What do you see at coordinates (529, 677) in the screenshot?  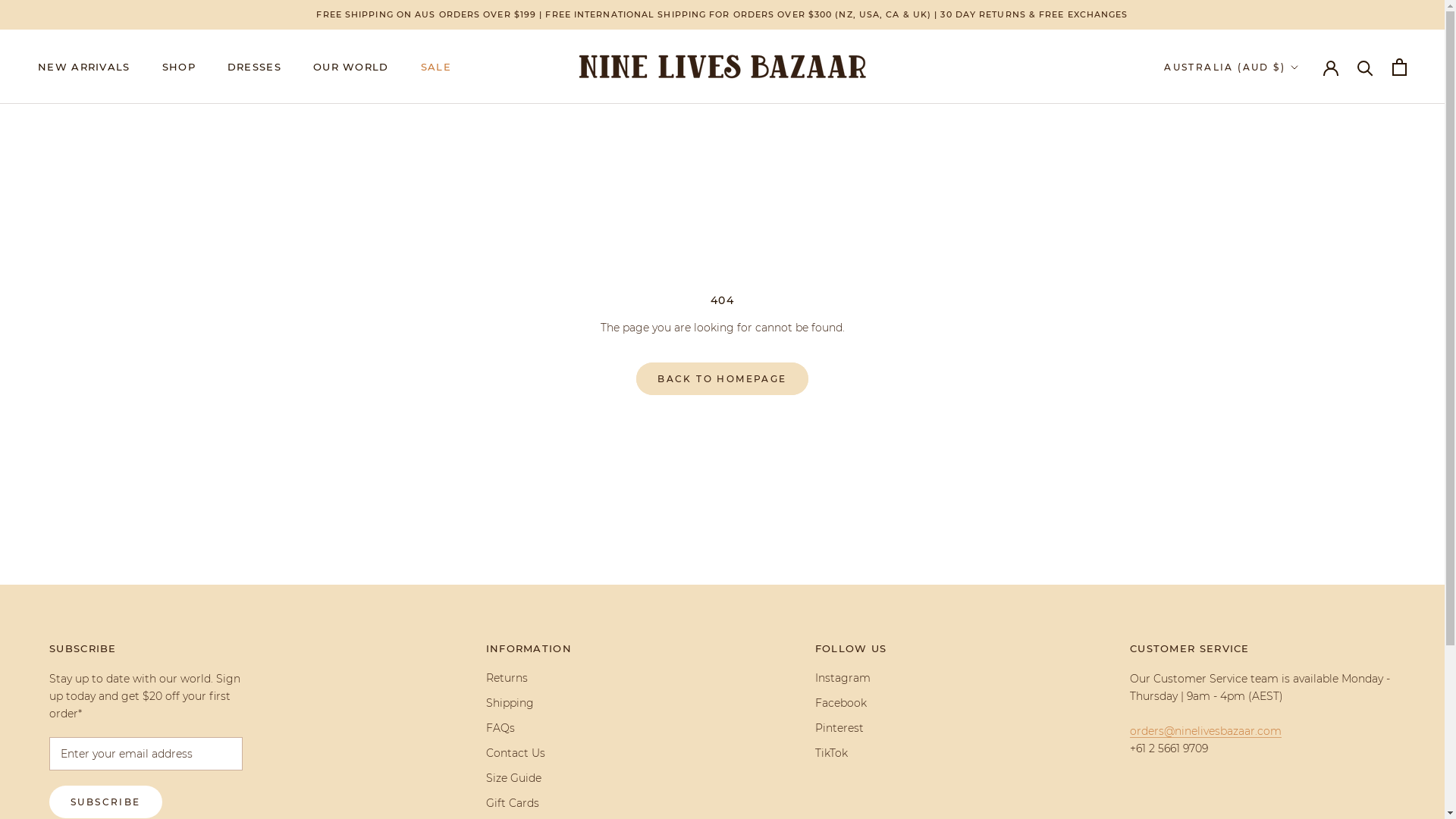 I see `'Returns'` at bounding box center [529, 677].